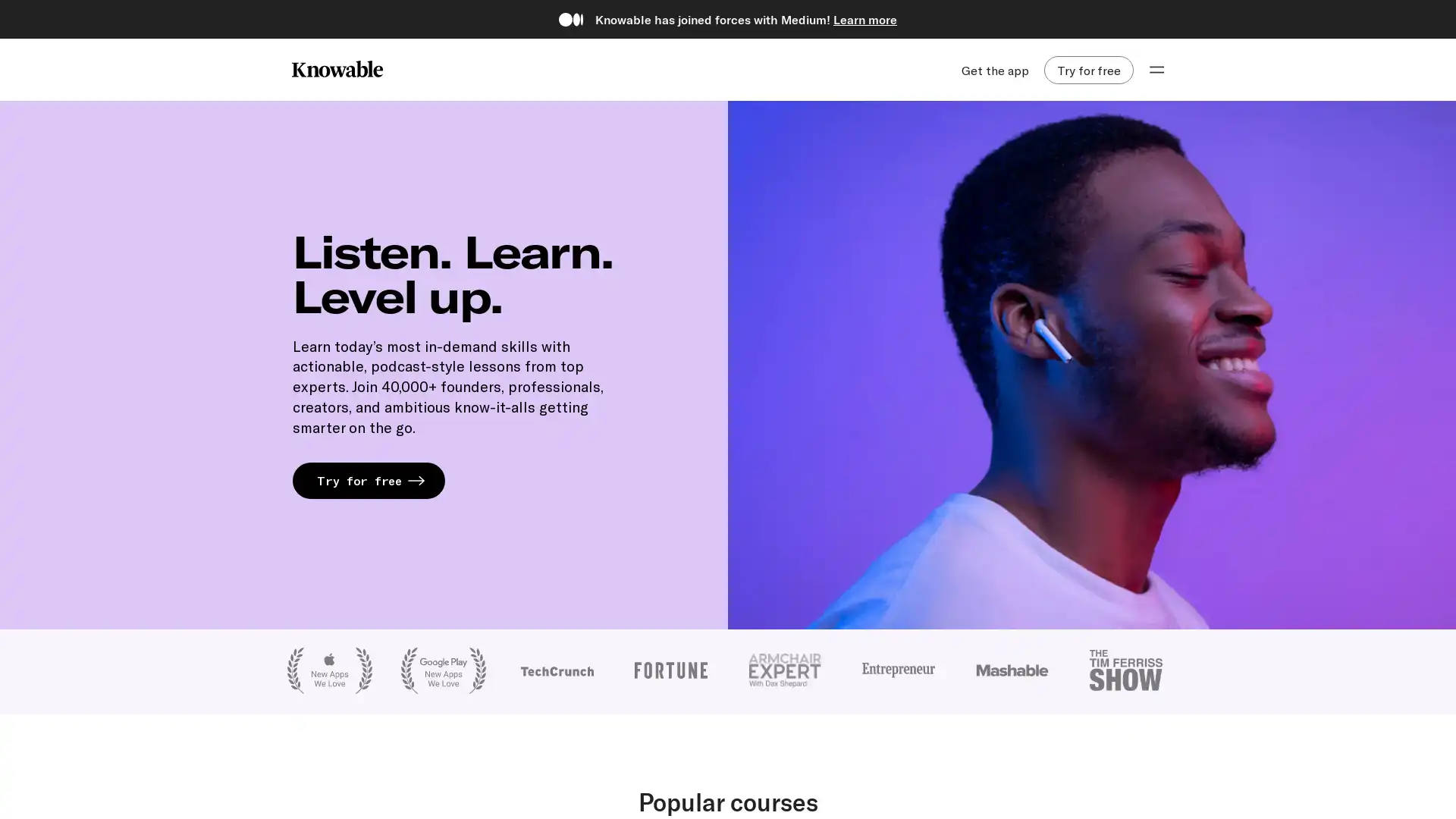 The image size is (1456, 819). What do you see at coordinates (368, 479) in the screenshot?
I see `Try for free` at bounding box center [368, 479].